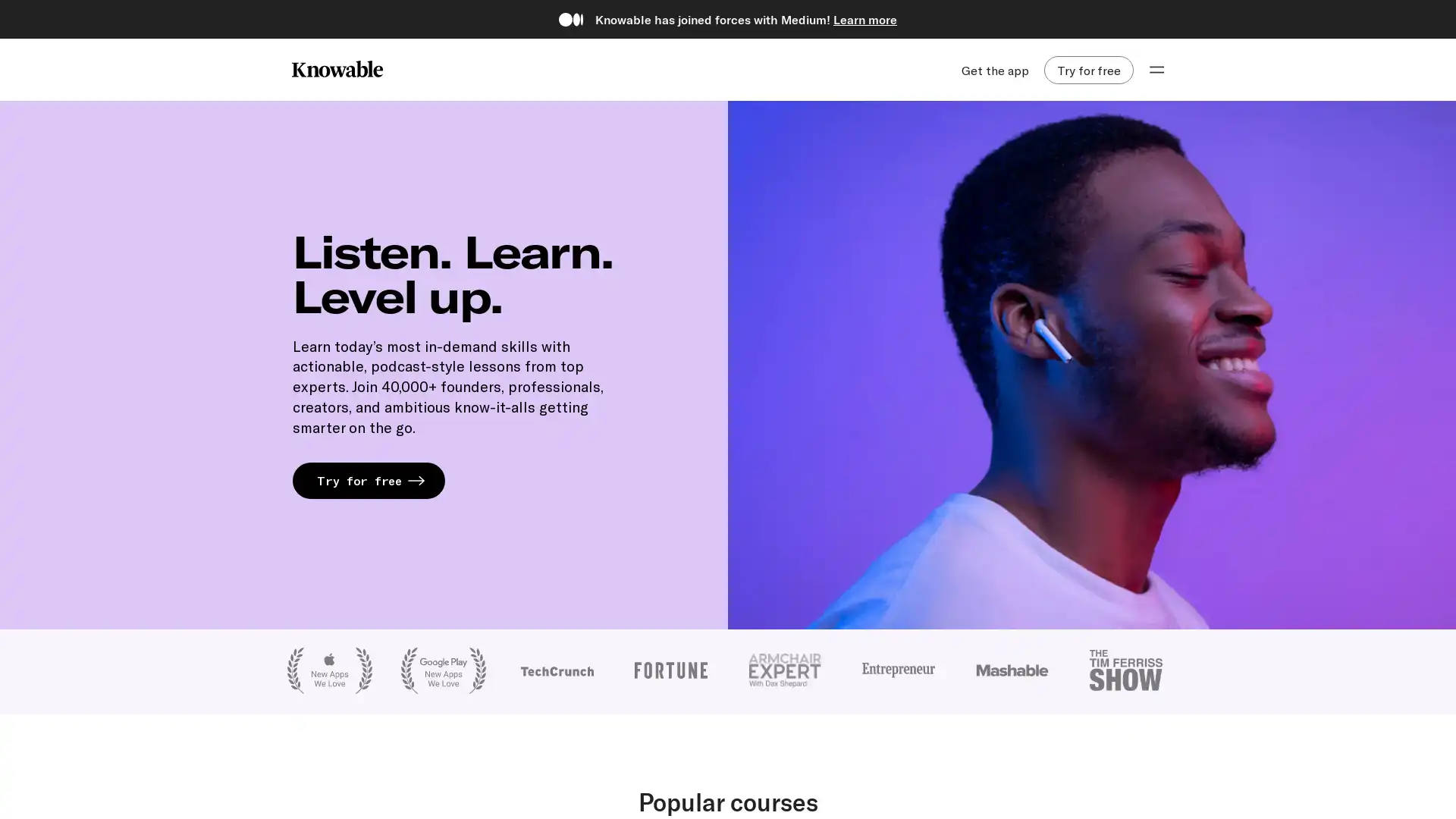 The image size is (1456, 819). What do you see at coordinates (368, 479) in the screenshot?
I see `Try for free` at bounding box center [368, 479].